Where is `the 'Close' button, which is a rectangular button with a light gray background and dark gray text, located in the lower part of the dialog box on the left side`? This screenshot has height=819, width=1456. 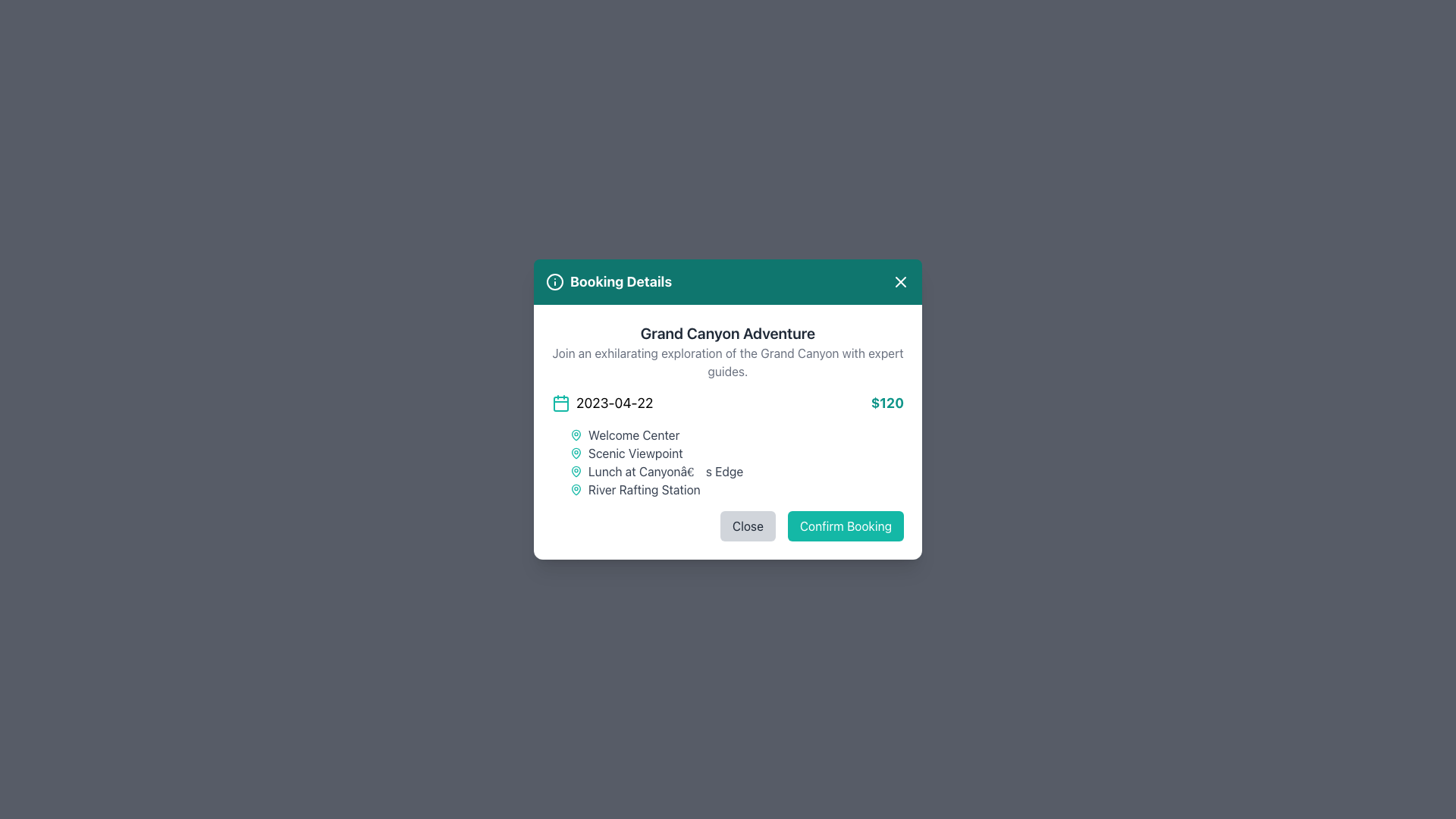
the 'Close' button, which is a rectangular button with a light gray background and dark gray text, located in the lower part of the dialog box on the left side is located at coordinates (748, 526).